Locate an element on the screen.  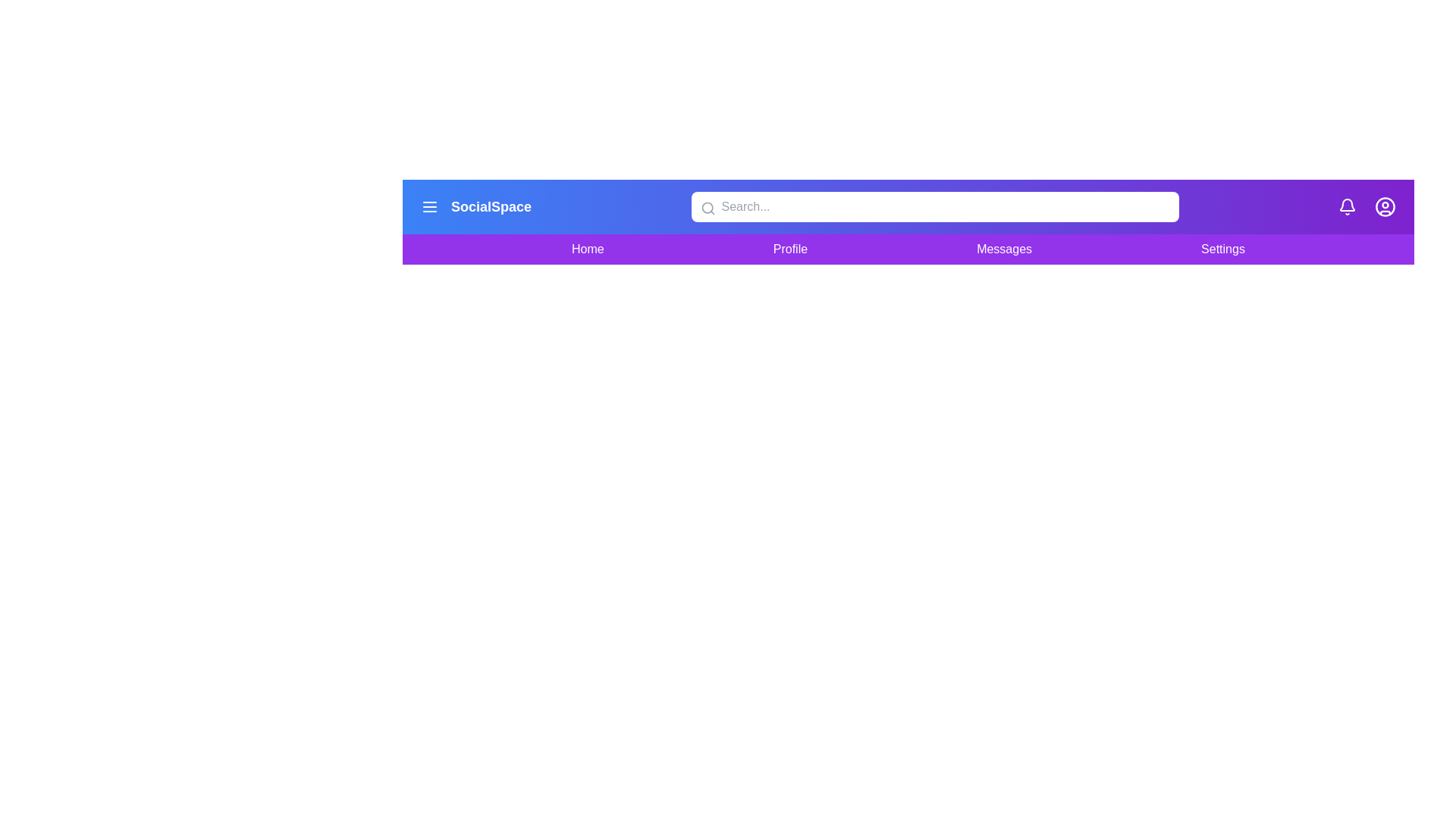
the navigation link Messages to observe visual feedback is located at coordinates (1004, 248).